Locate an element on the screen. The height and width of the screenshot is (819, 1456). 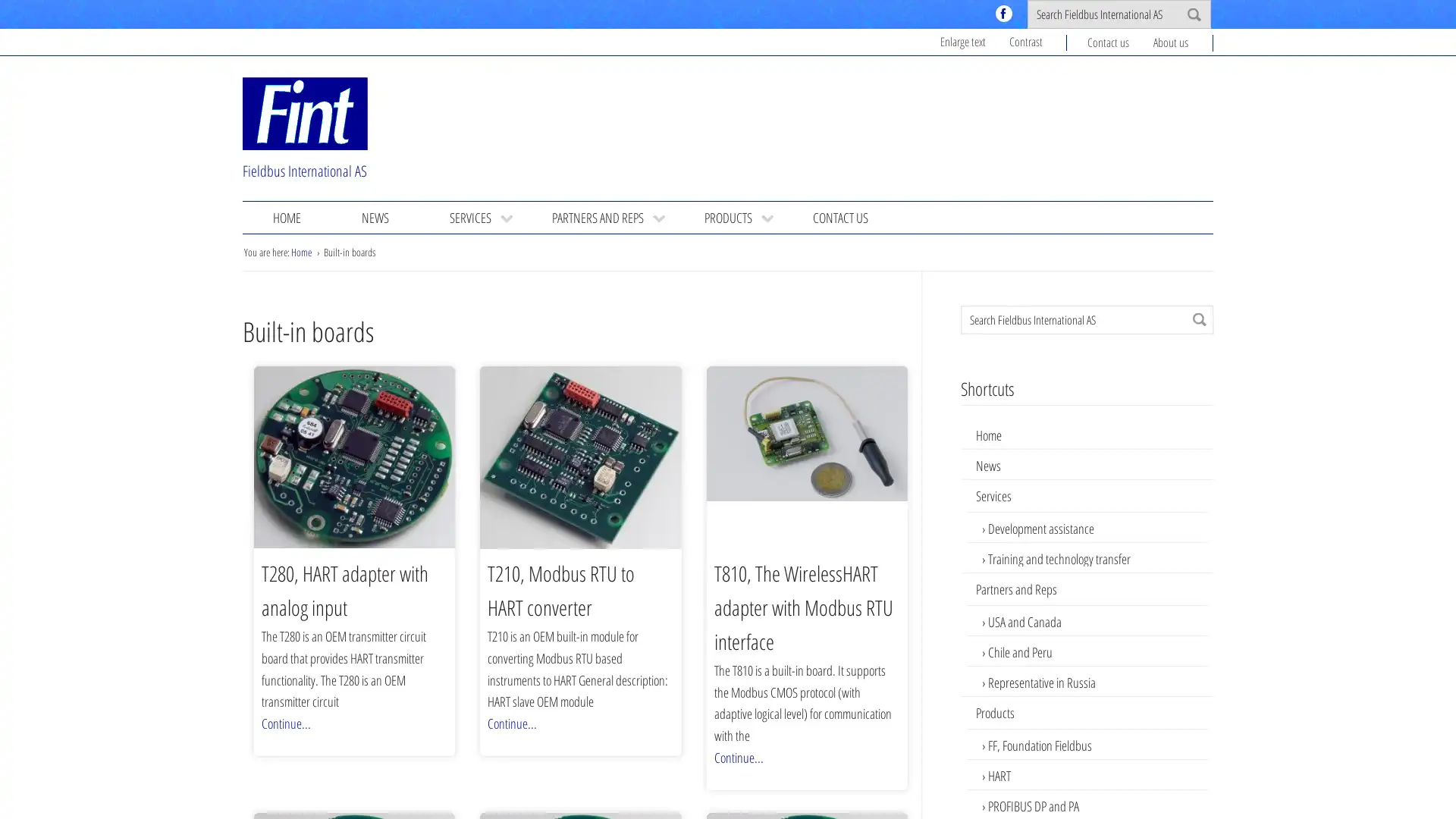
Search is located at coordinates (1193, 14).